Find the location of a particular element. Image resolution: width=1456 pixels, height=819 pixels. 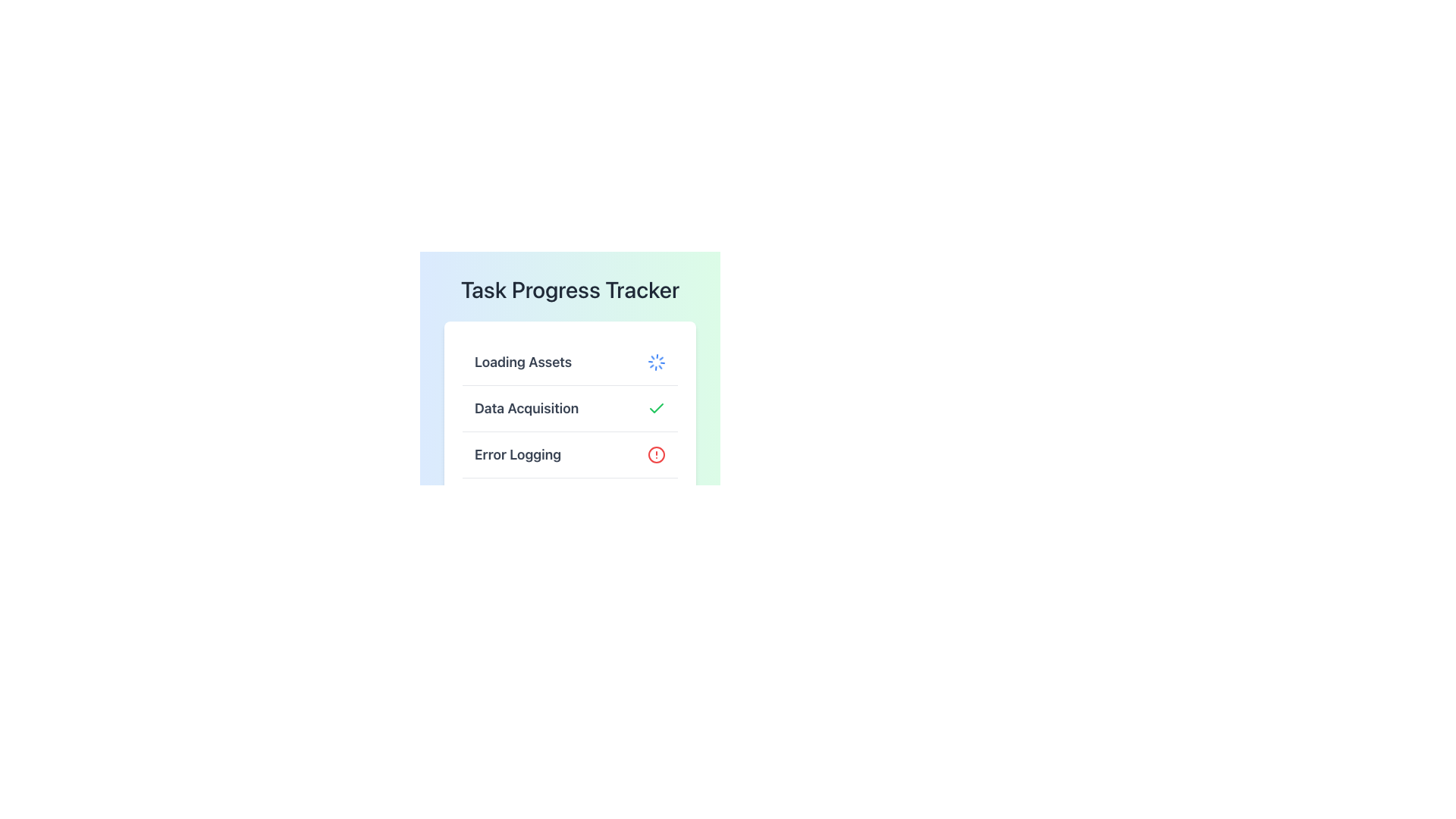

text content of the loading state label for the 'Assets' task in the progress tracker interface, which is the first entry in a vertically arranged list of task entries is located at coordinates (523, 362).